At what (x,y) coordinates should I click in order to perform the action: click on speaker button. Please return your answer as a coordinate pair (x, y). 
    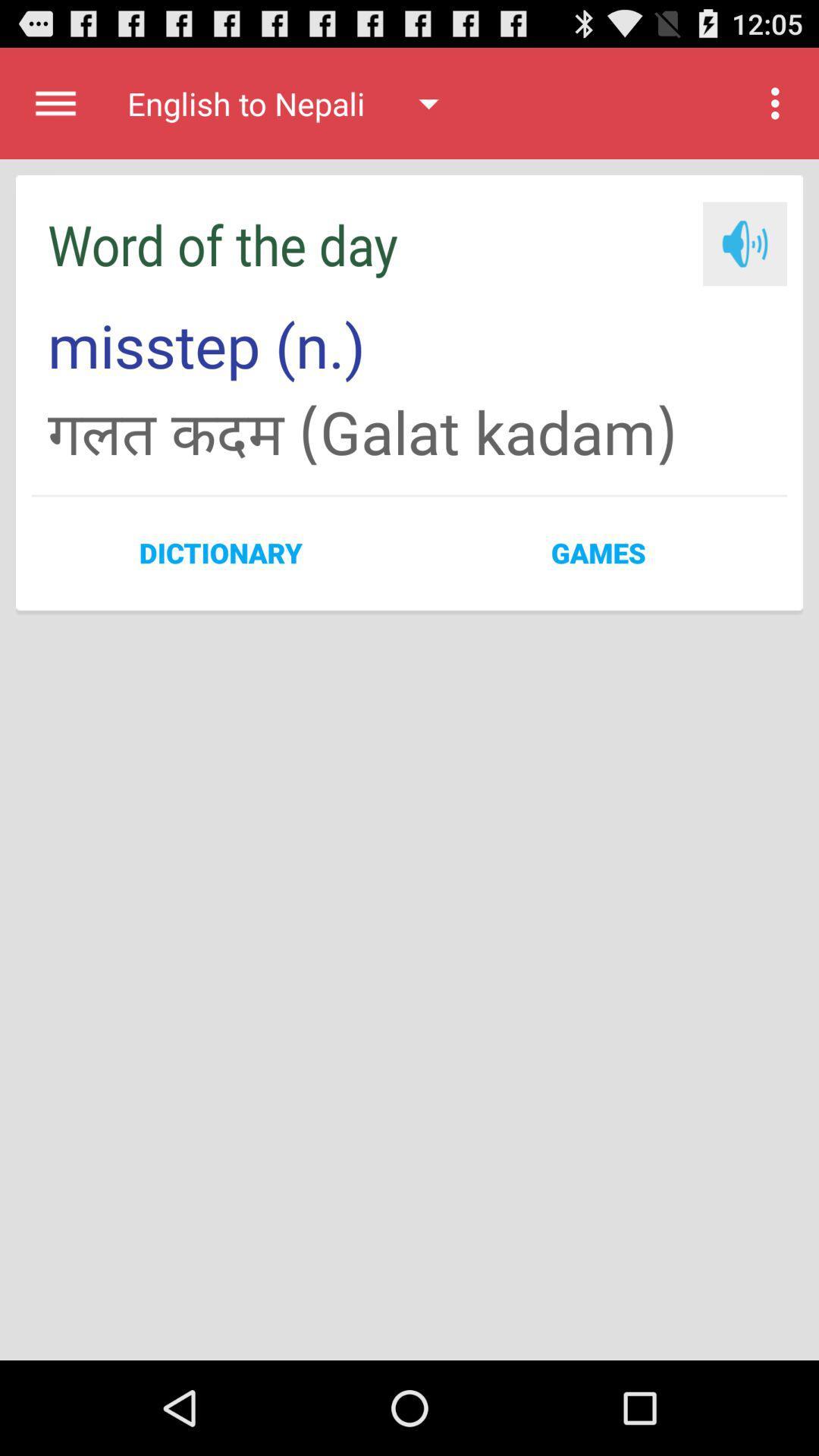
    Looking at the image, I should click on (744, 243).